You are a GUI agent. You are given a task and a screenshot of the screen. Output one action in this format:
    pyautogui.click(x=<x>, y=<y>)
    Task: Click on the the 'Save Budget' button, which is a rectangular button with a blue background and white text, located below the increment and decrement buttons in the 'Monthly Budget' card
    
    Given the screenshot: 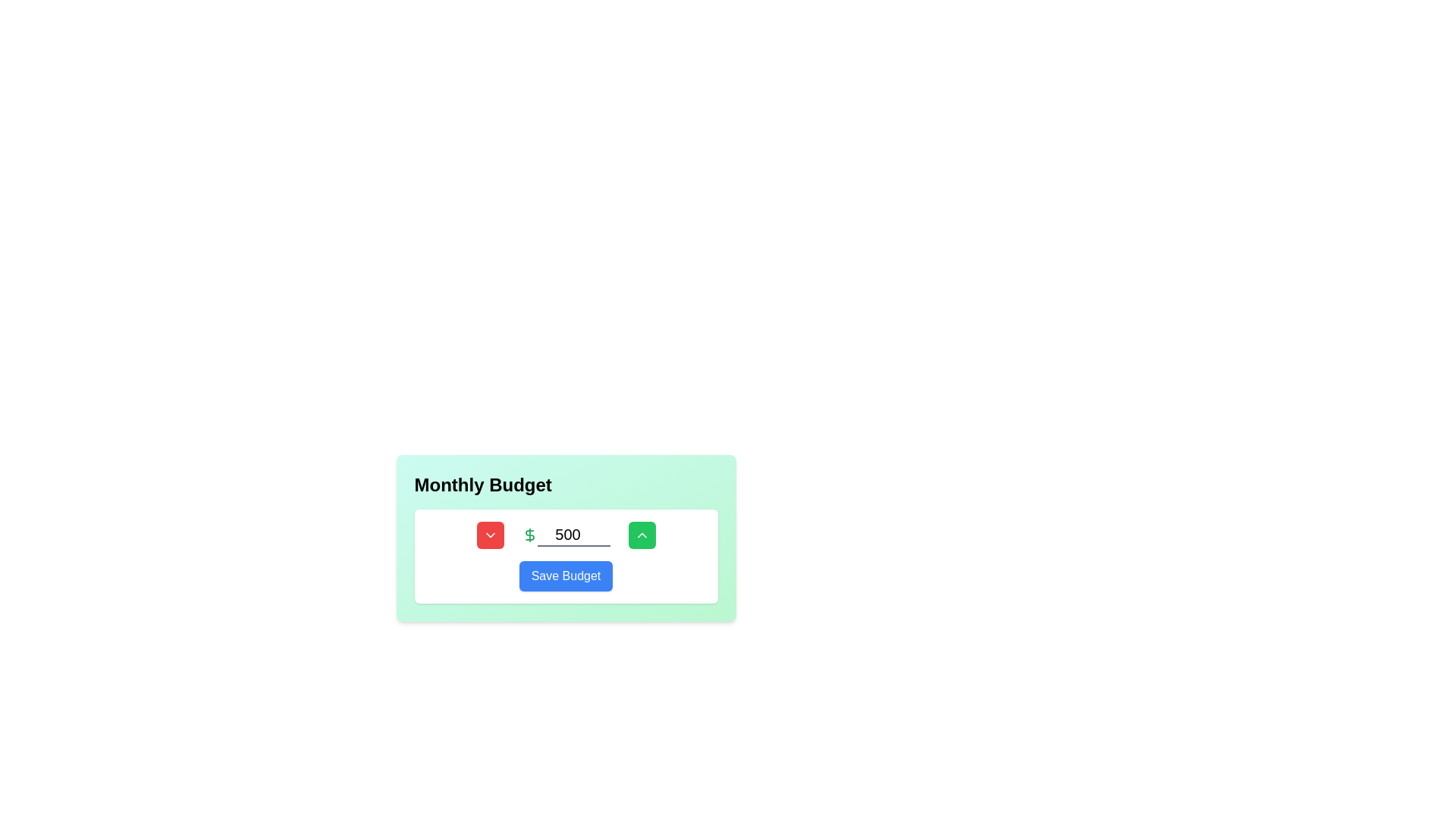 What is the action you would take?
    pyautogui.click(x=565, y=556)
    